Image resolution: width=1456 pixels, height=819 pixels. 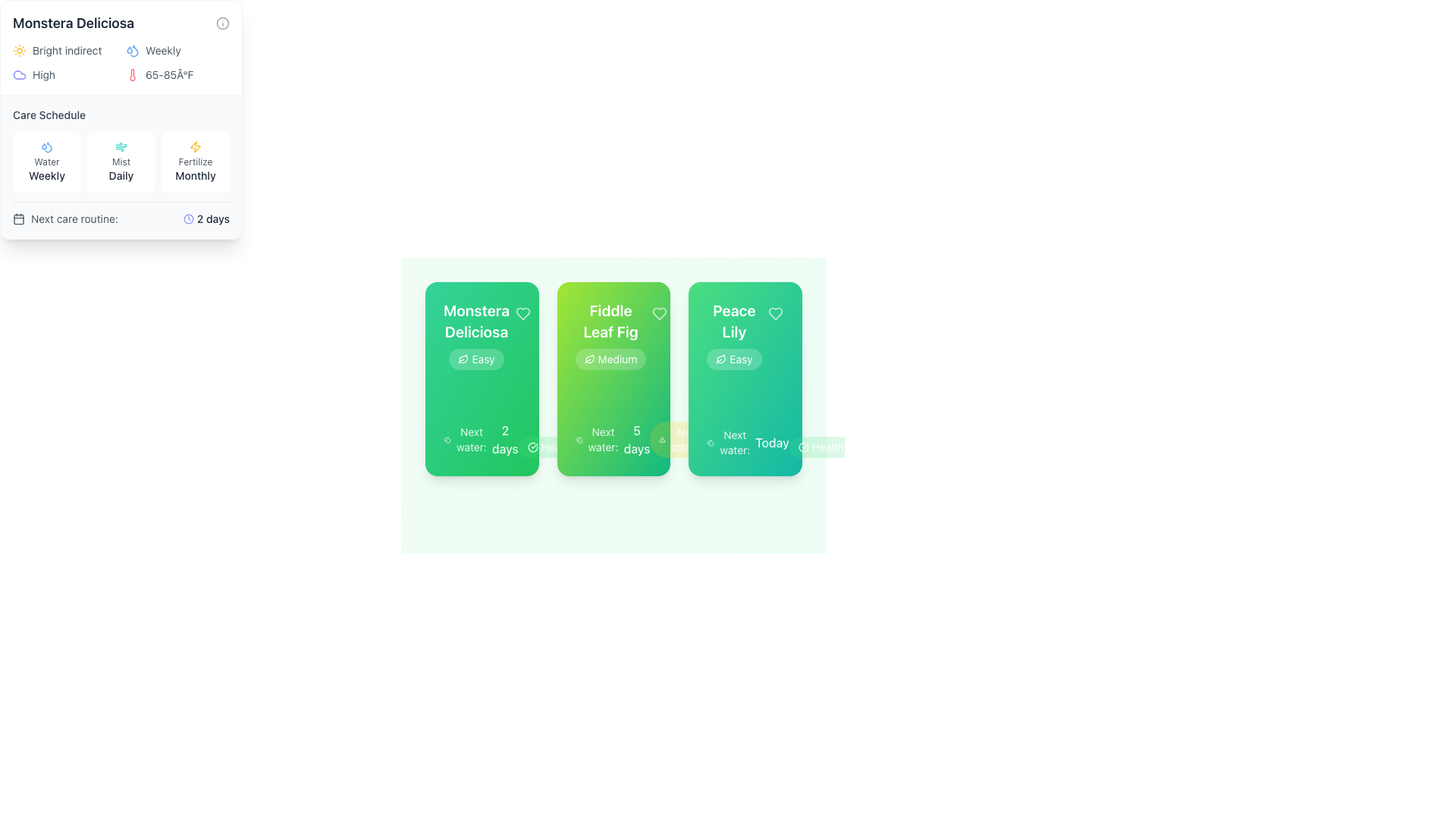 I want to click on the Label element that indicates the next watering schedule, located centrally above the 'Today' label within the 'Peace Lily' card, so click(x=735, y=442).